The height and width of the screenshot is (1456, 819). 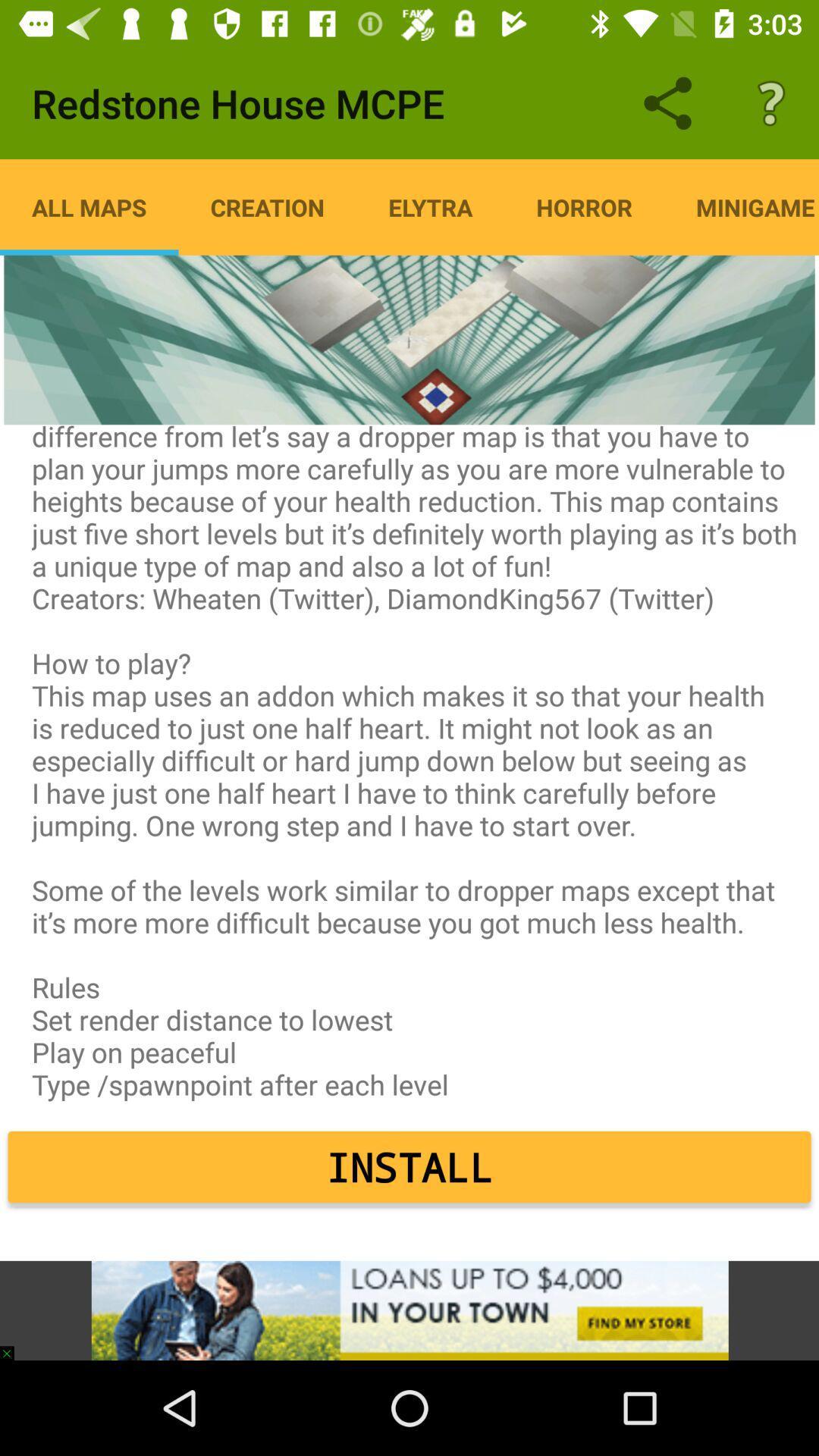 What do you see at coordinates (89, 206) in the screenshot?
I see `all maps item` at bounding box center [89, 206].